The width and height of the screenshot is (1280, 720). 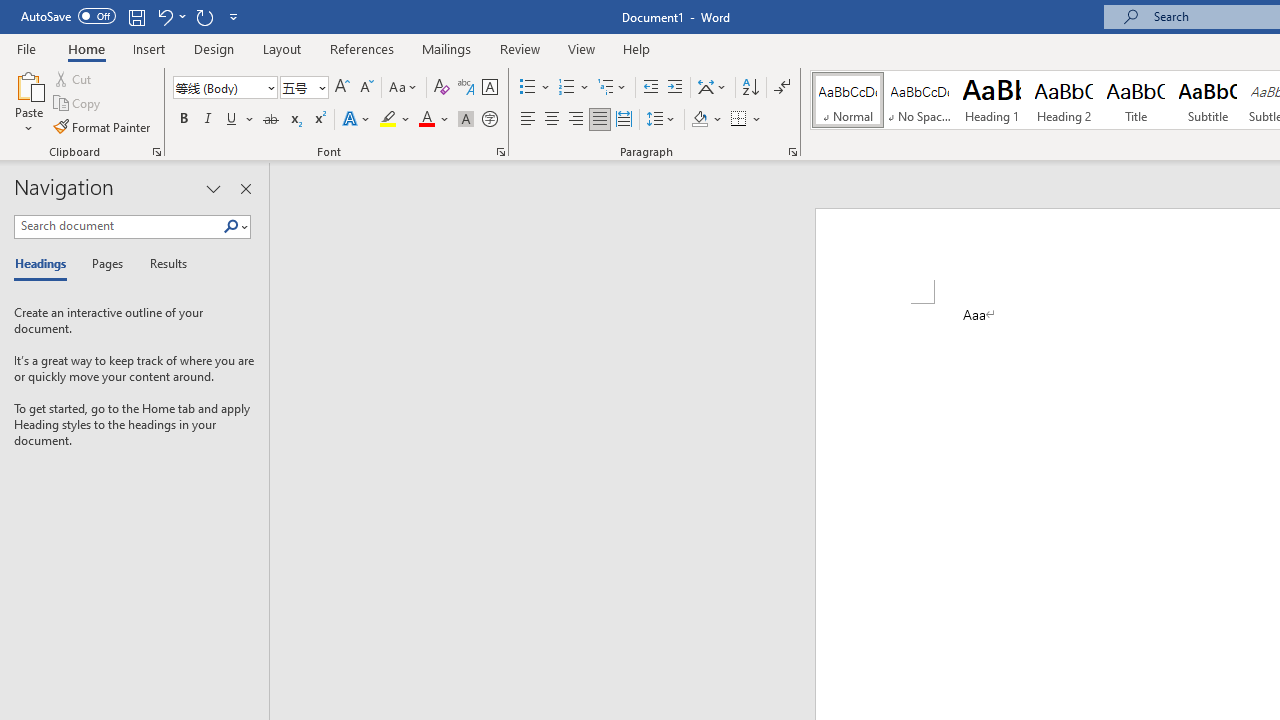 What do you see at coordinates (104, 264) in the screenshot?
I see `'Pages'` at bounding box center [104, 264].